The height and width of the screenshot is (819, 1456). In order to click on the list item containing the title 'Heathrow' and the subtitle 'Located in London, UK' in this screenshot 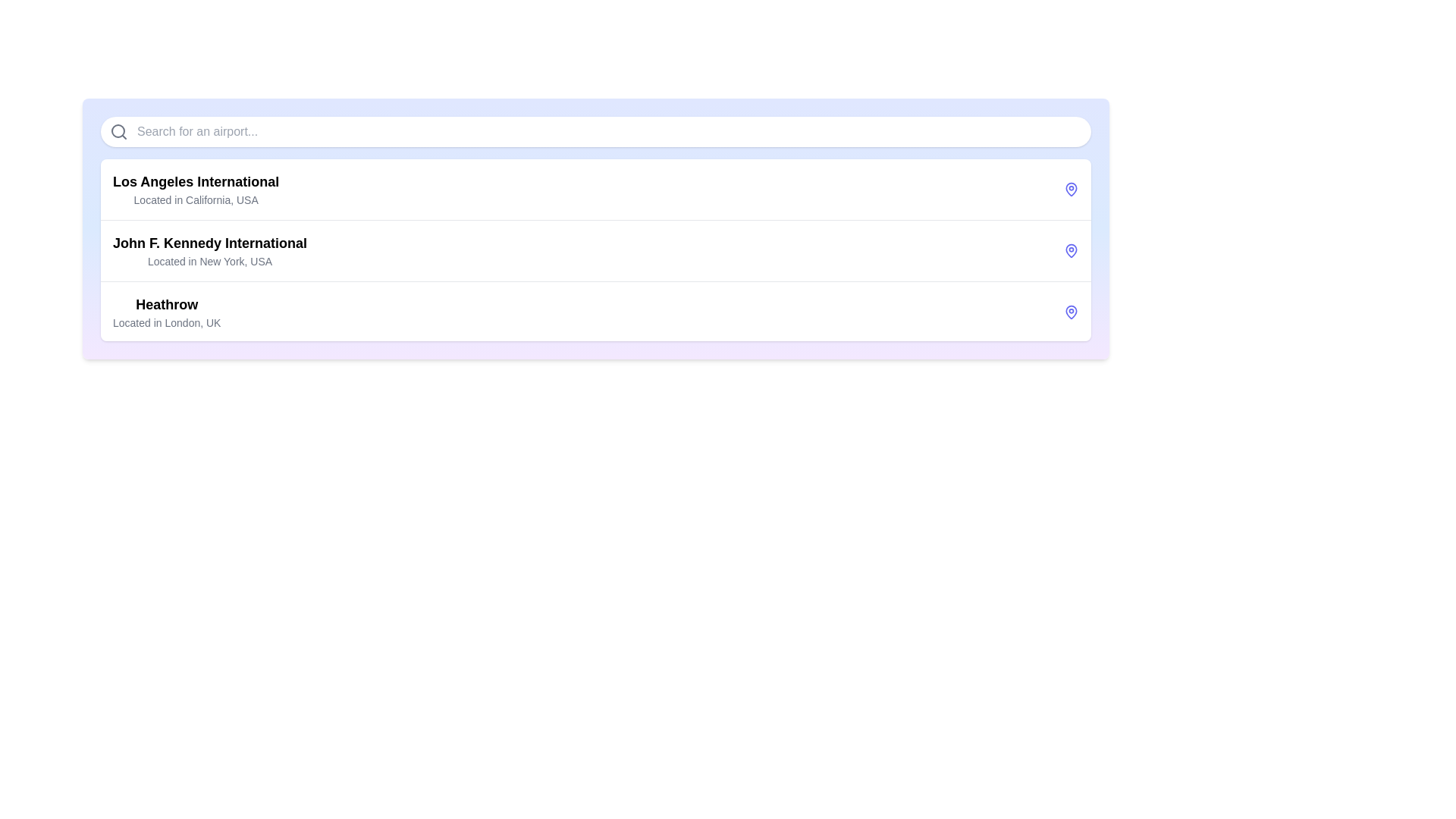, I will do `click(595, 311)`.